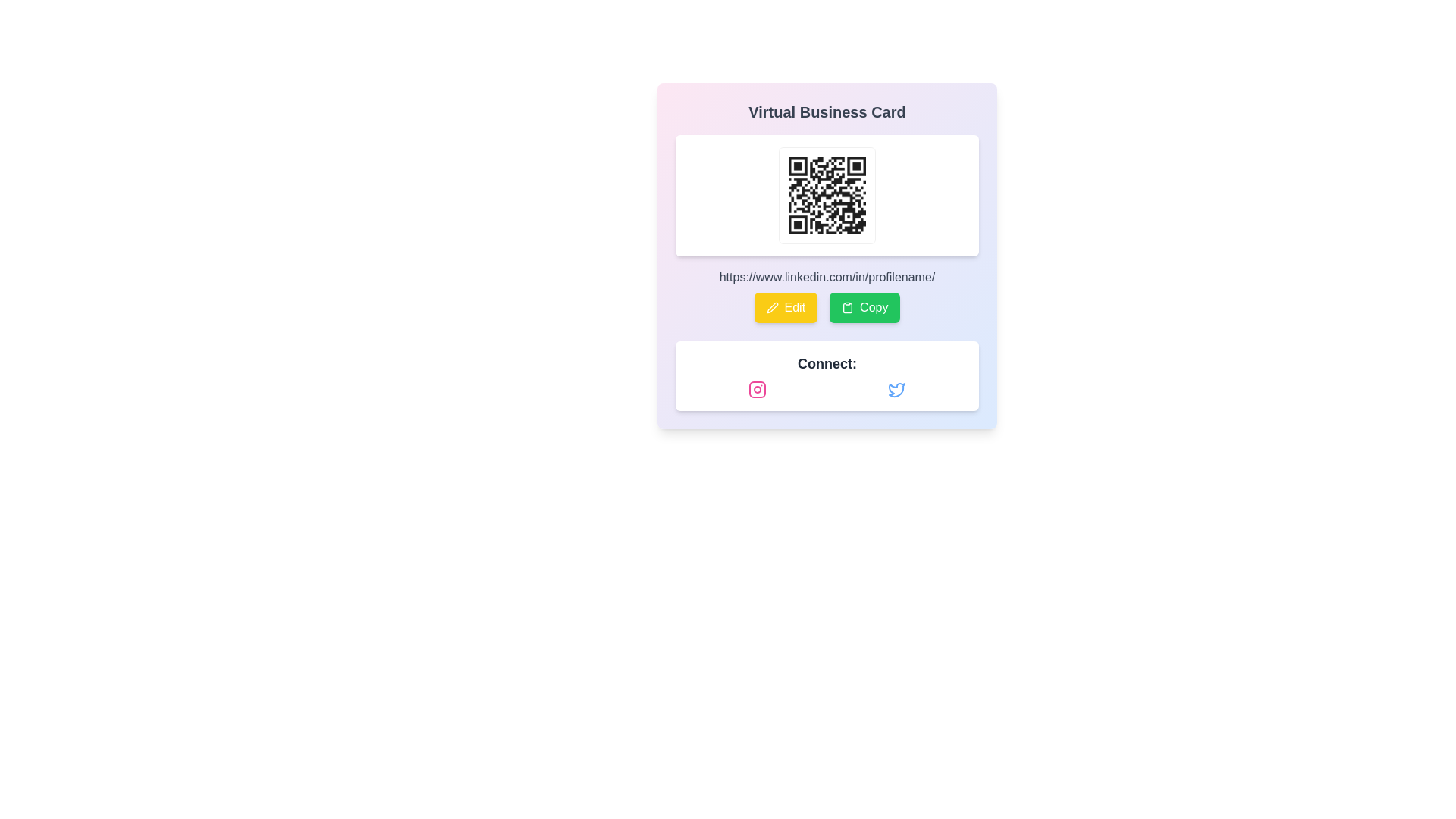 This screenshot has height=819, width=1456. I want to click on the Instagram button located in the bottom section of the card interface under the 'Connect:' header to change its color, so click(757, 388).